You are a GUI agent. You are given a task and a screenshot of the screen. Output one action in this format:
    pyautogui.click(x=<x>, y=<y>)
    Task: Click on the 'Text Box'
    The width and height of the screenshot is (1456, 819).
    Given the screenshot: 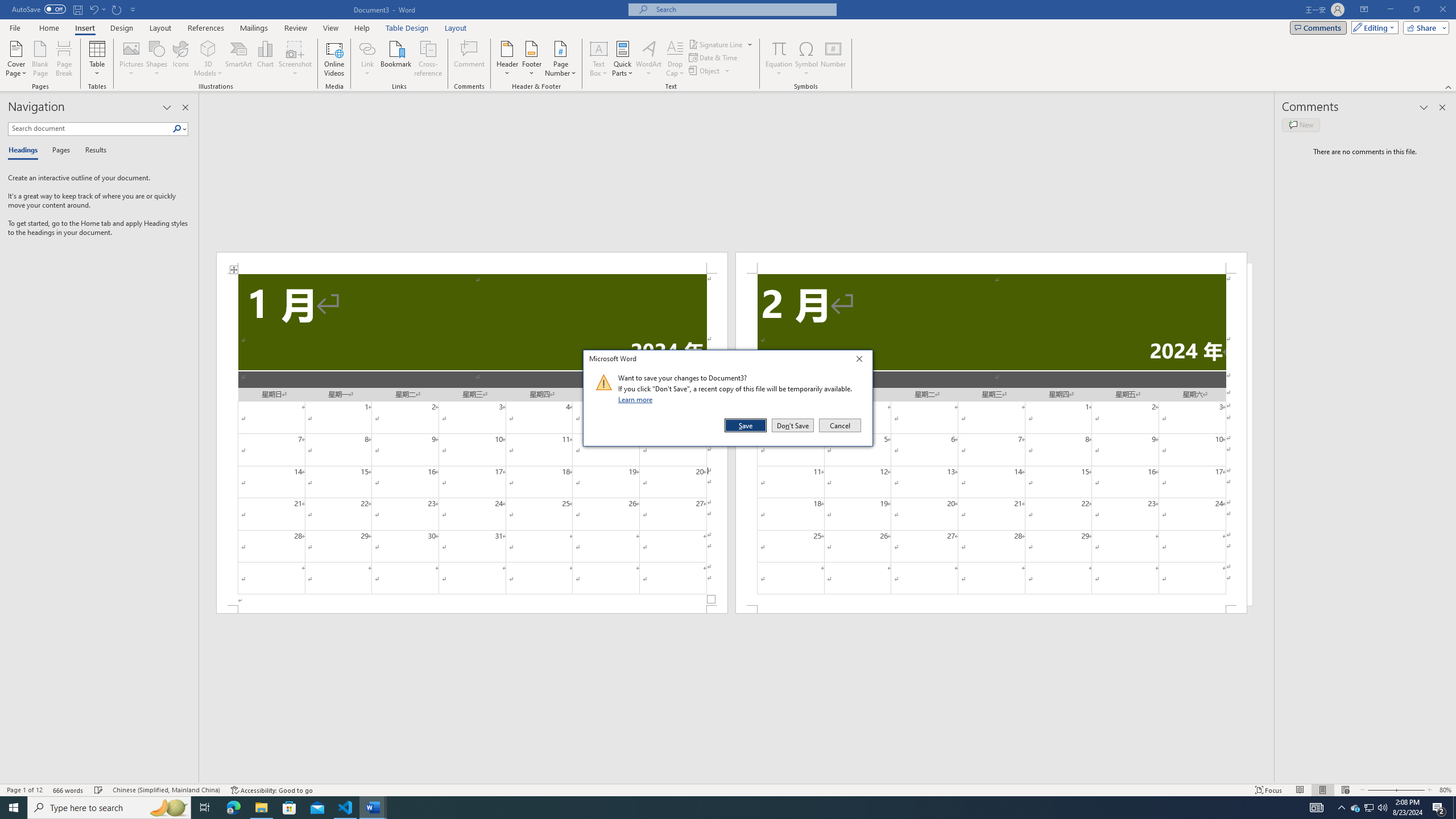 What is the action you would take?
    pyautogui.click(x=598, y=59)
    